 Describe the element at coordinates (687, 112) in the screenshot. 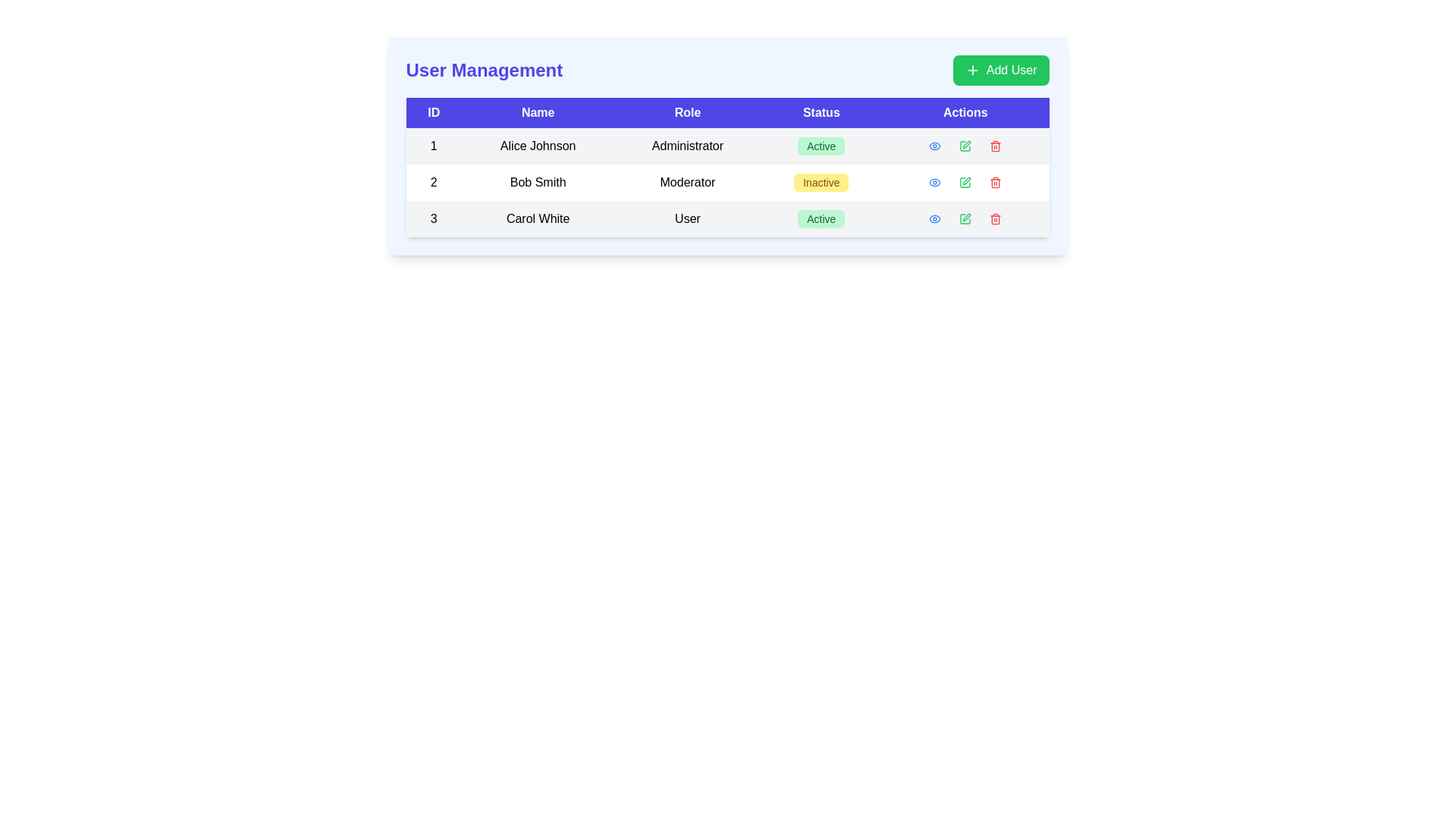

I see `the column header label that indicates role descriptions of users, positioned as the third header between 'Name' and 'Status'` at that location.